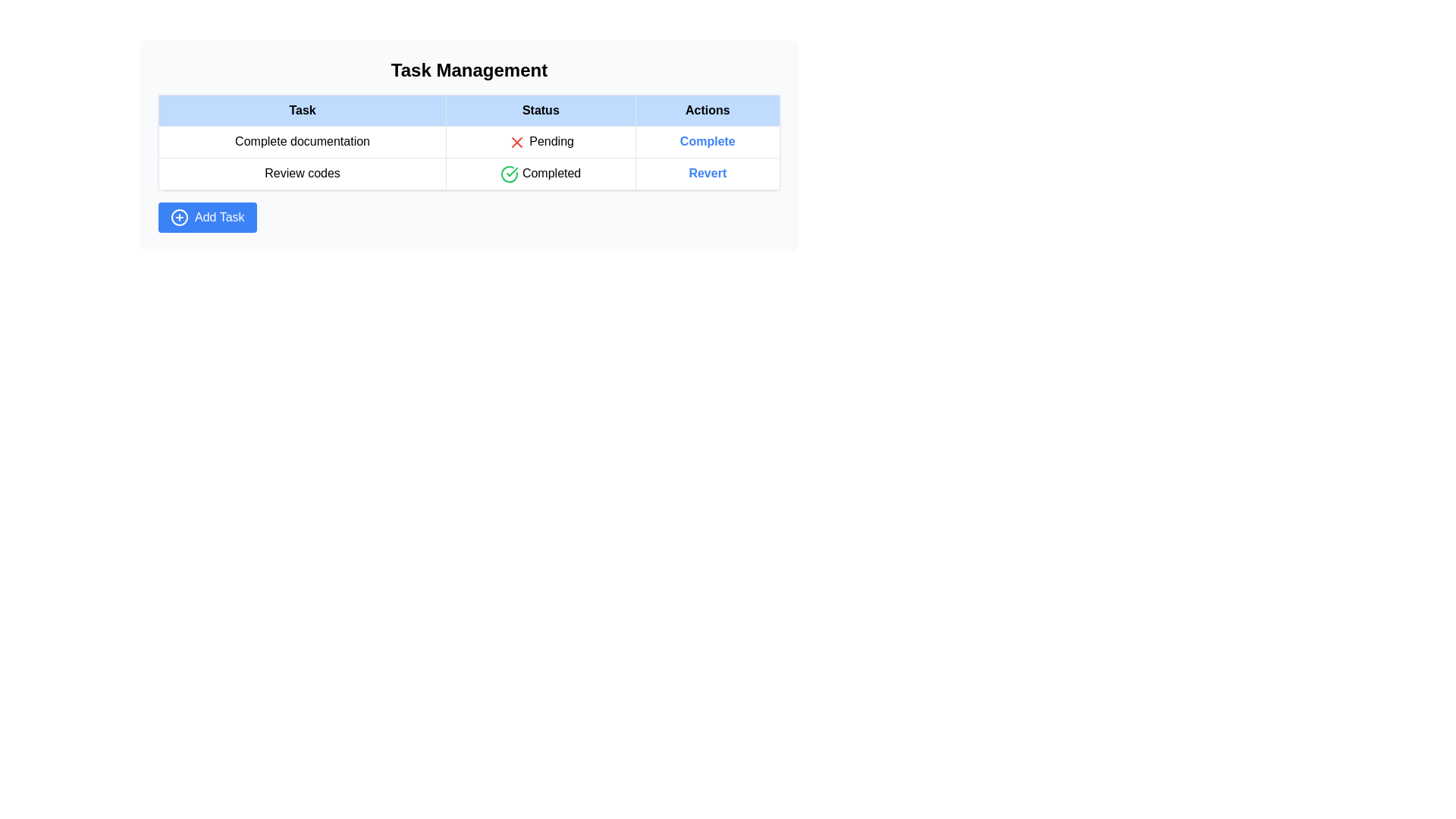 The height and width of the screenshot is (819, 1456). What do you see at coordinates (707, 142) in the screenshot?
I see `the blue, underlined hyperlink reading 'Complete' in the 'Actions' column of the first row in the 'Task Management' section` at bounding box center [707, 142].